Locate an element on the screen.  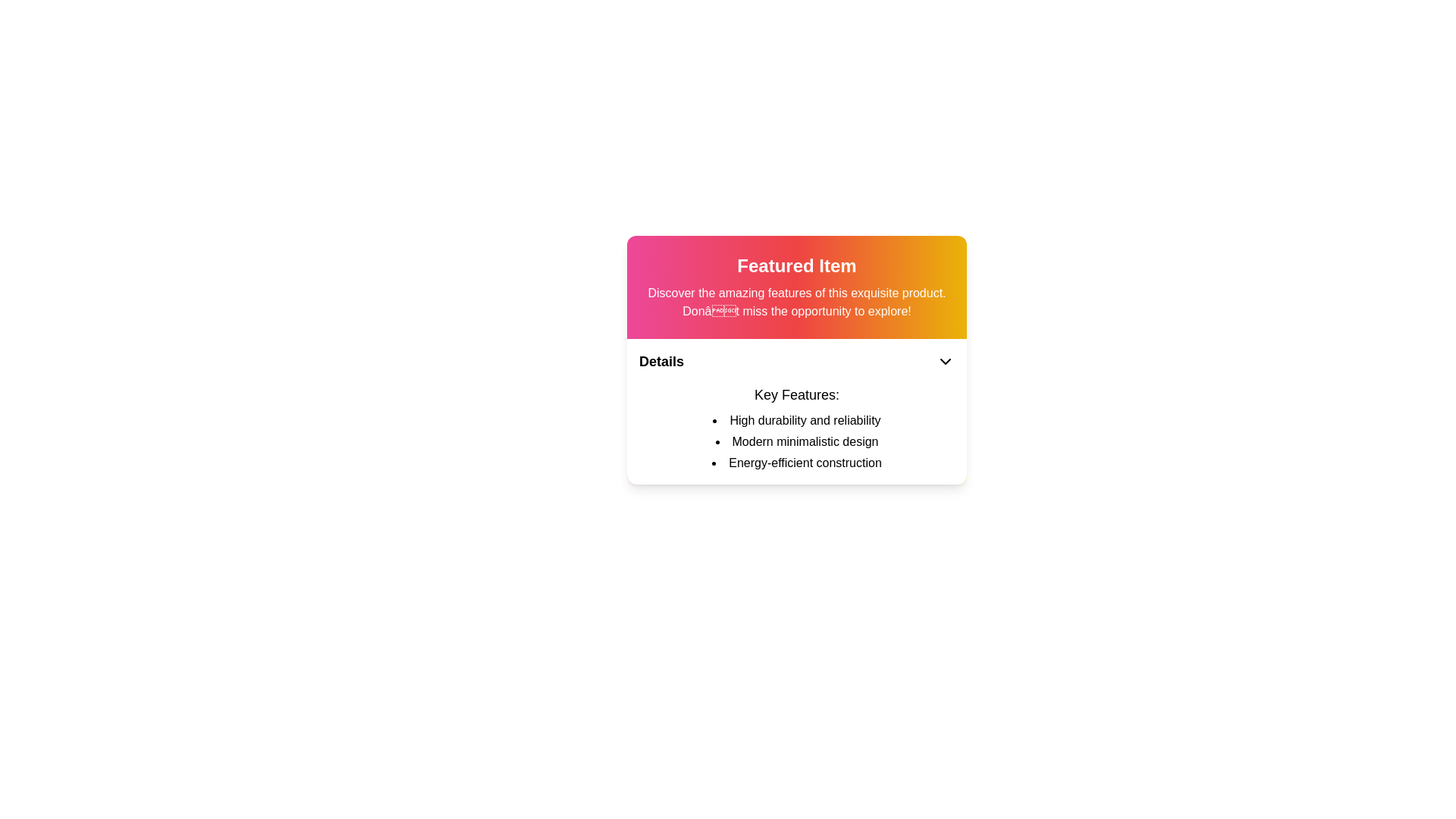
the text label 'Key Features:' which is located at the top of the 'Details' section in a card-like component is located at coordinates (796, 394).